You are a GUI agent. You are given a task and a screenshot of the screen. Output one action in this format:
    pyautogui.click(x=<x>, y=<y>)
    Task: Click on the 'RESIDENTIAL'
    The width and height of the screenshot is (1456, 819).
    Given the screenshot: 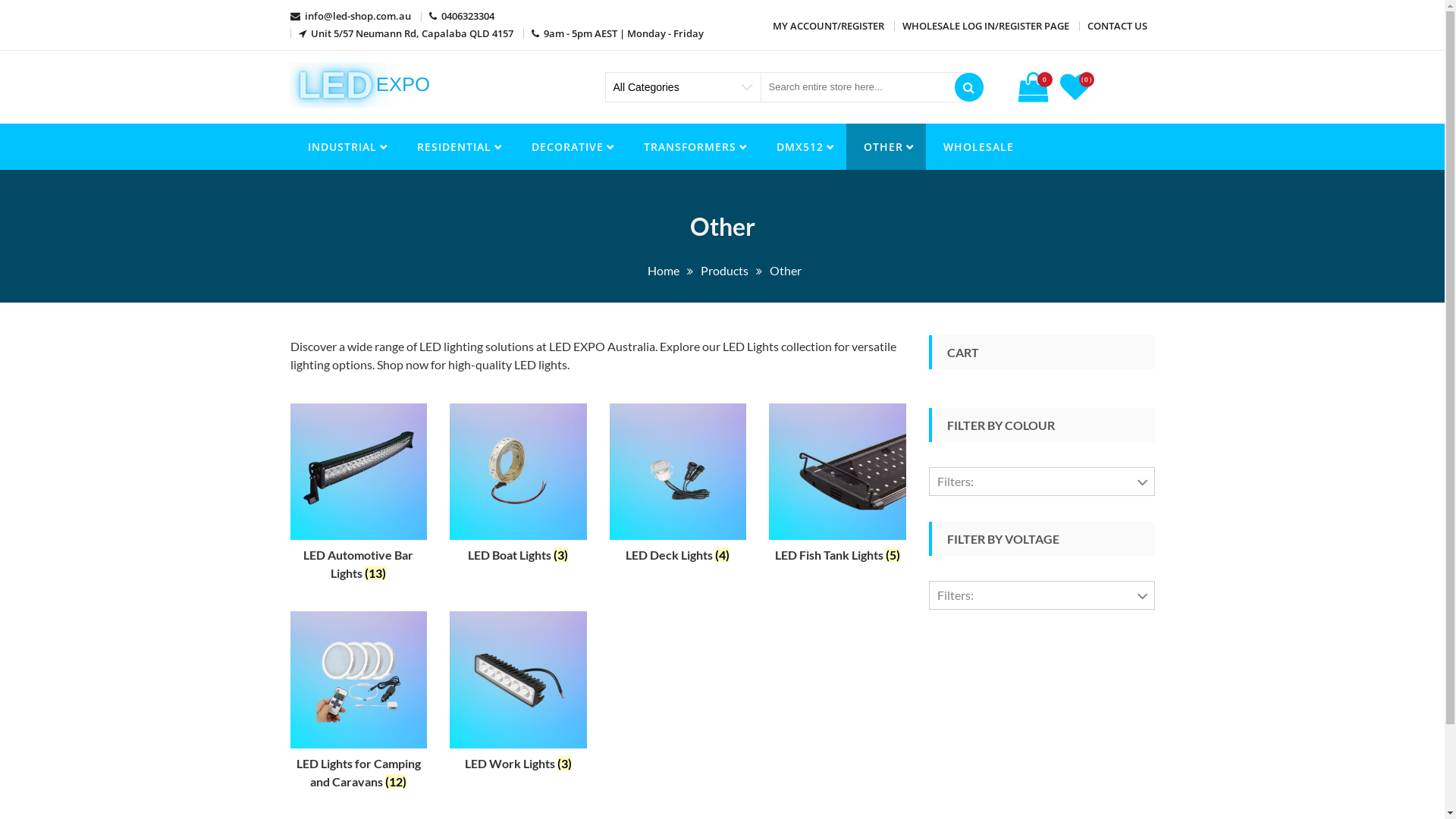 What is the action you would take?
    pyautogui.click(x=455, y=146)
    